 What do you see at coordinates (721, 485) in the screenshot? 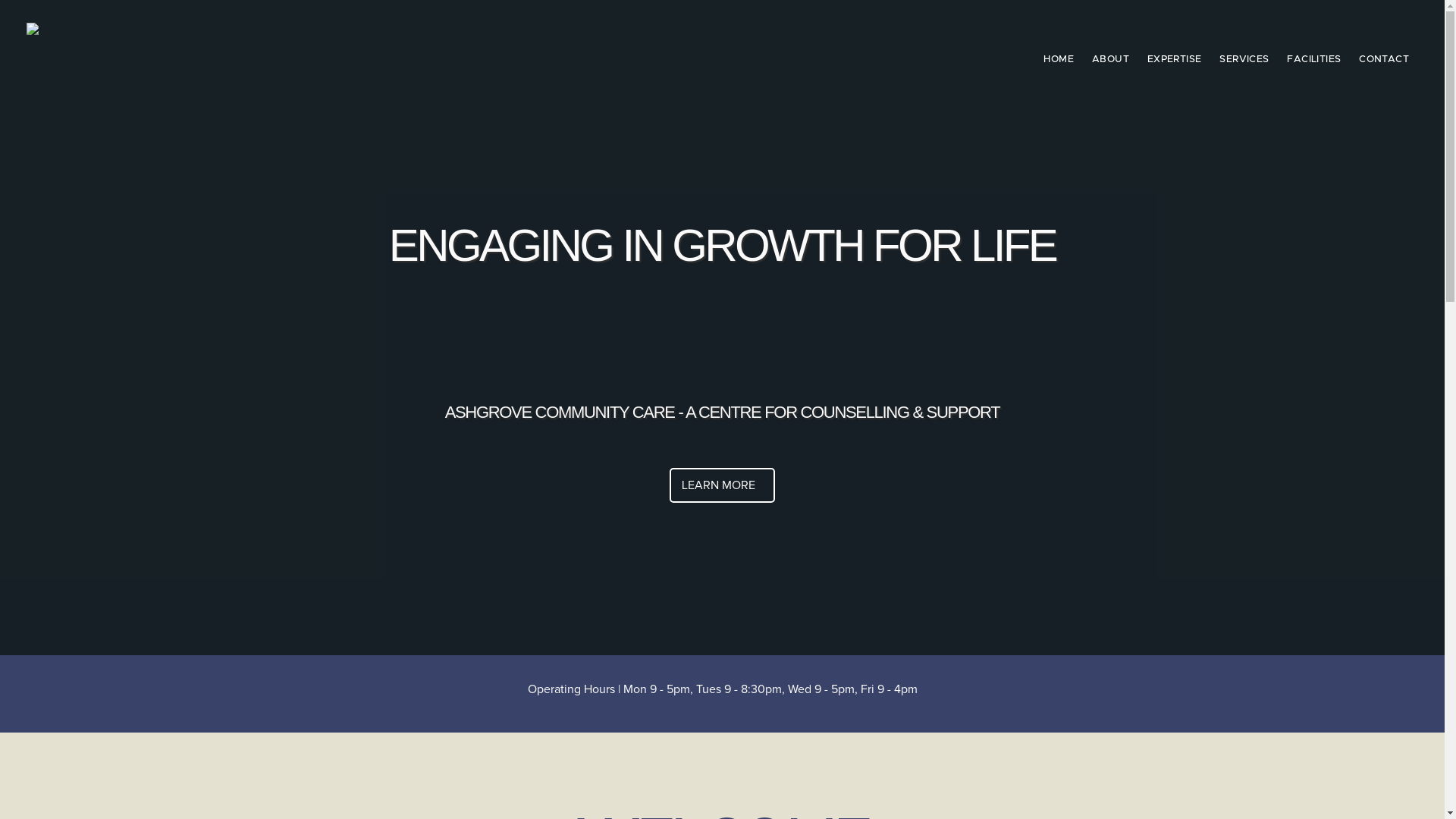
I see `'LEARN MORE'` at bounding box center [721, 485].